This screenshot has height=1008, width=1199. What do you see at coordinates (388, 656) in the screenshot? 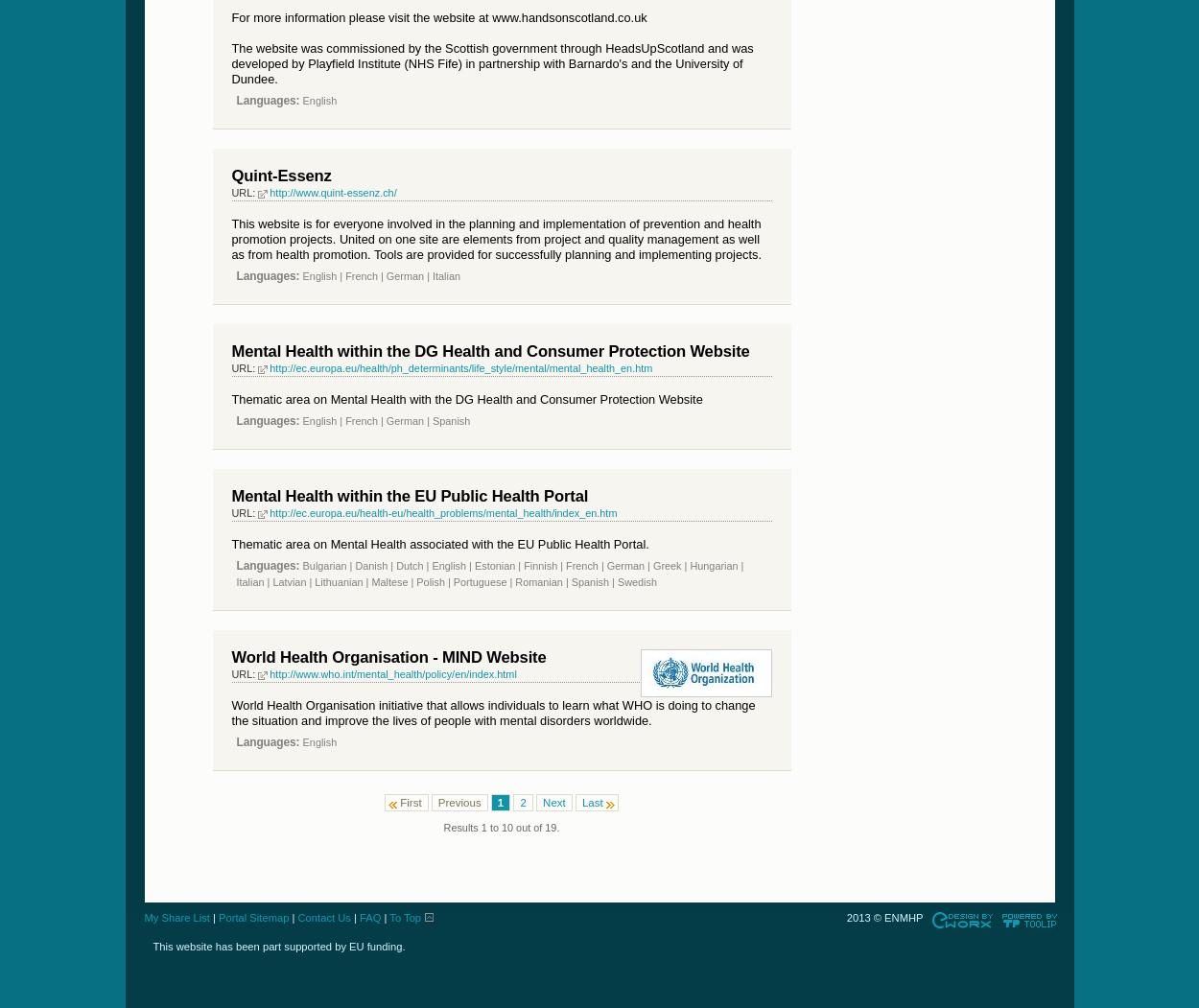
I see `'World Health Organisation - MIND Website'` at bounding box center [388, 656].